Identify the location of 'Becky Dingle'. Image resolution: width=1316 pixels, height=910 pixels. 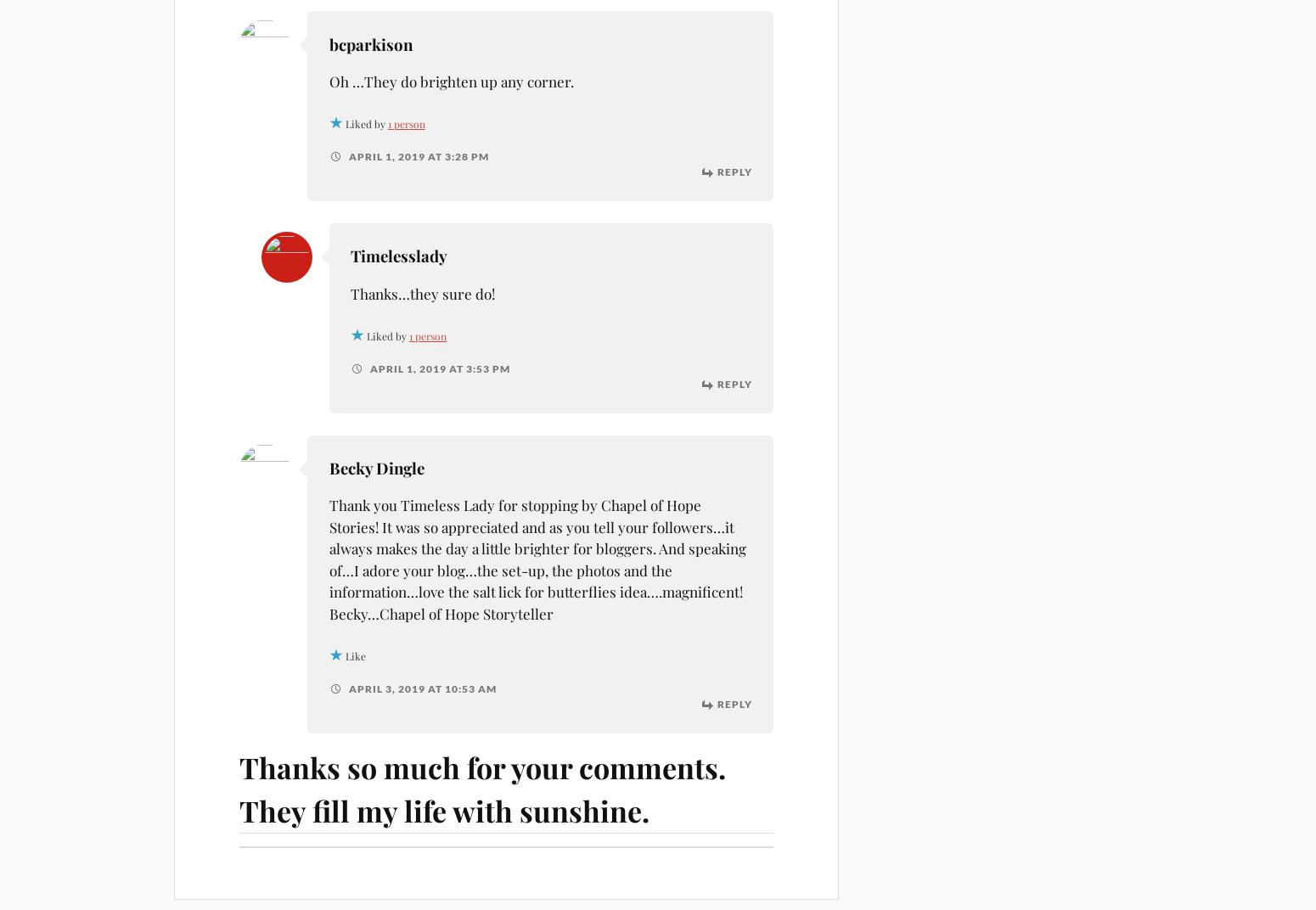
(375, 467).